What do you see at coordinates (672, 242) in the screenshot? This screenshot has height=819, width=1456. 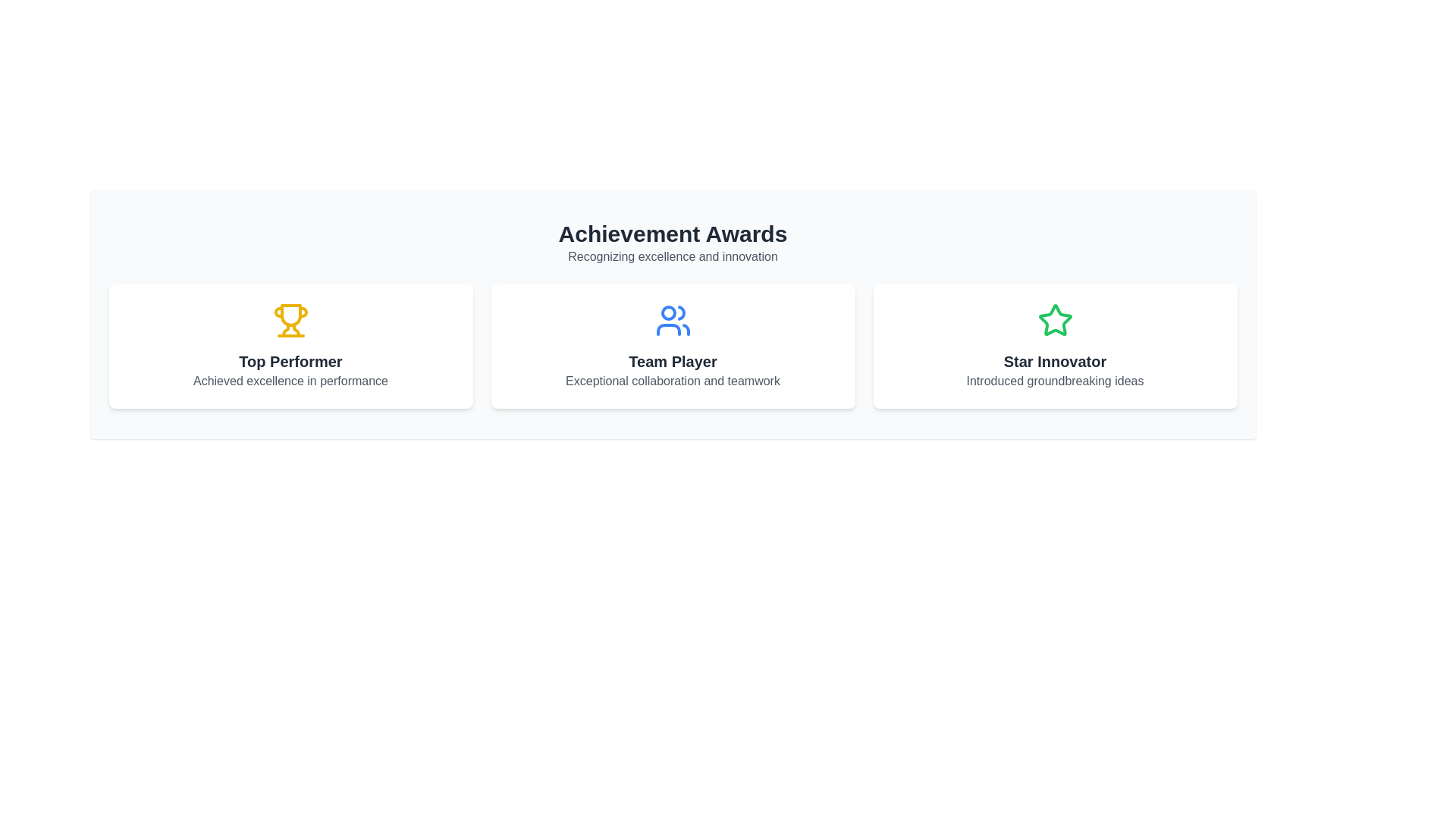 I see `the Text block which serves as the title and introduction for the section, located above the award cards labeled 'Top Performer', 'Team Player', and 'Star Innovator'` at bounding box center [672, 242].